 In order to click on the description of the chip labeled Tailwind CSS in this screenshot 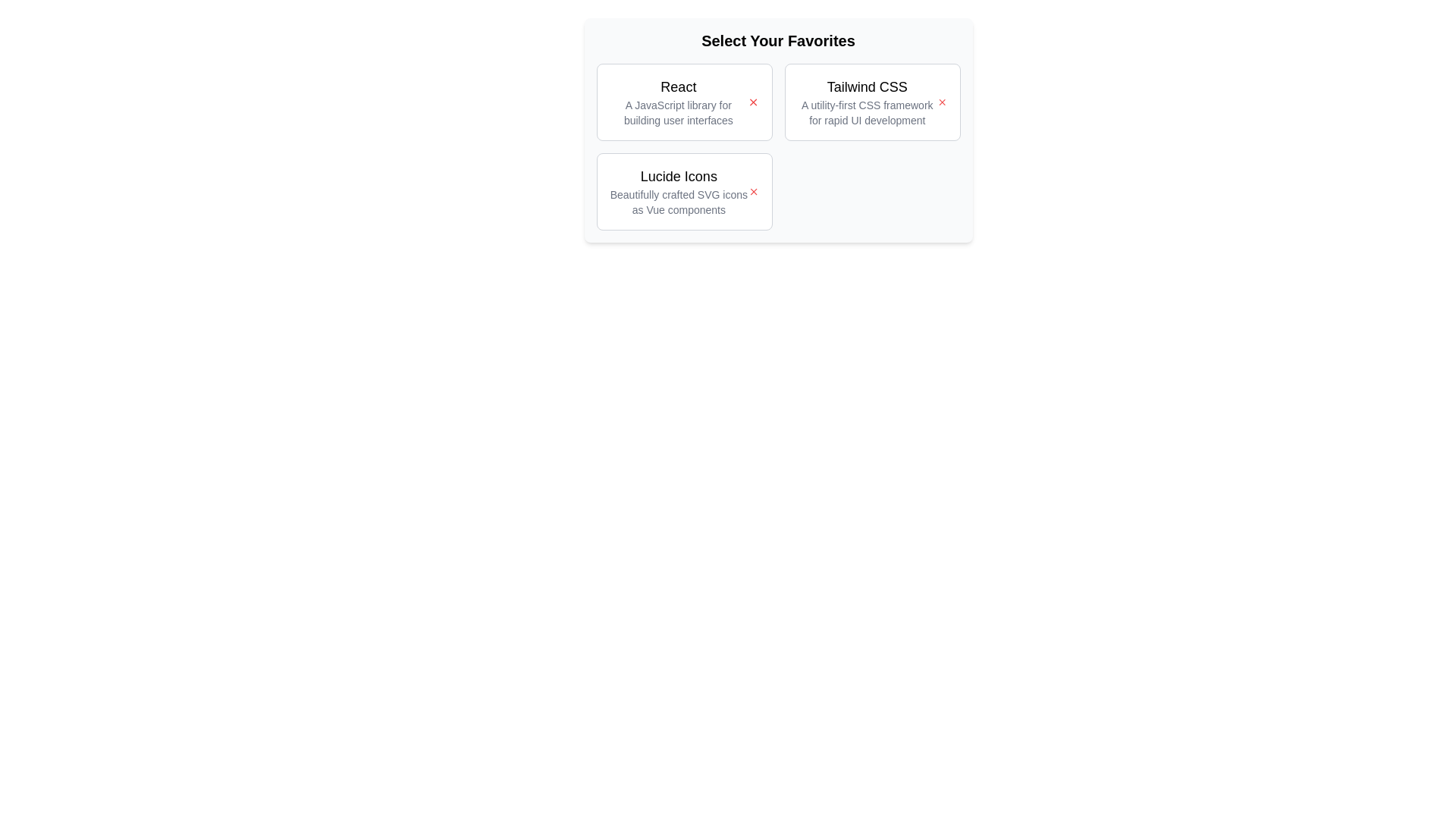, I will do `click(867, 102)`.